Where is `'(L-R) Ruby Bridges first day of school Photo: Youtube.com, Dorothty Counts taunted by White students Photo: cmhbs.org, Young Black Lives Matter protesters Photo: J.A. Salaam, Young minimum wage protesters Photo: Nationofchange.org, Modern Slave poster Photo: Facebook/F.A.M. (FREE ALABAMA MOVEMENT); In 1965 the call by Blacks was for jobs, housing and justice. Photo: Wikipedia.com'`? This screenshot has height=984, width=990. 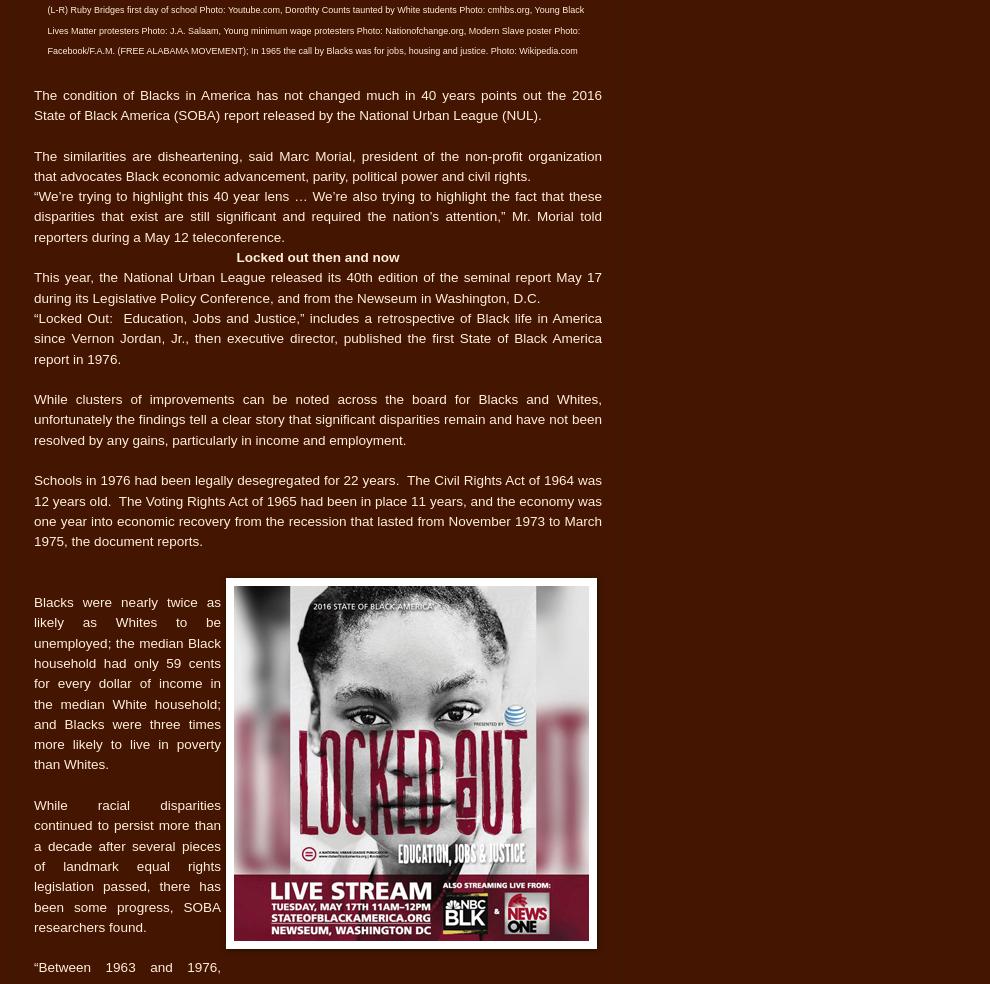 '(L-R) Ruby Bridges first day of school Photo: Youtube.com, Dorothty Counts taunted by White students Photo: cmhbs.org, Young Black Lives Matter protesters Photo: J.A. Salaam, Young minimum wage protesters Photo: Nationofchange.org, Modern Slave poster Photo: Facebook/F.A.M. (FREE ALABAMA MOVEMENT); In 1965 the call by Blacks was for jobs, housing and justice. Photo: Wikipedia.com' is located at coordinates (314, 29).